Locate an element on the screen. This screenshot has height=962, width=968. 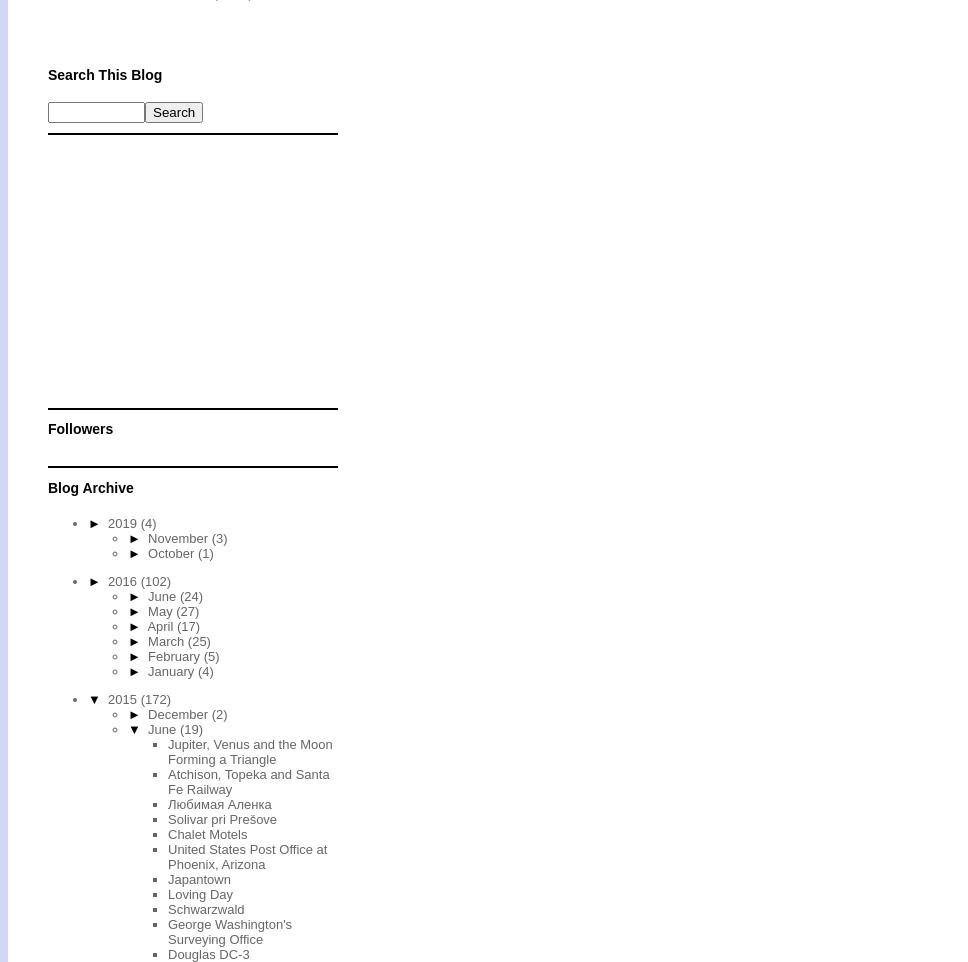
'Atchison, Topeka and Santa Fe Railway' is located at coordinates (248, 780).